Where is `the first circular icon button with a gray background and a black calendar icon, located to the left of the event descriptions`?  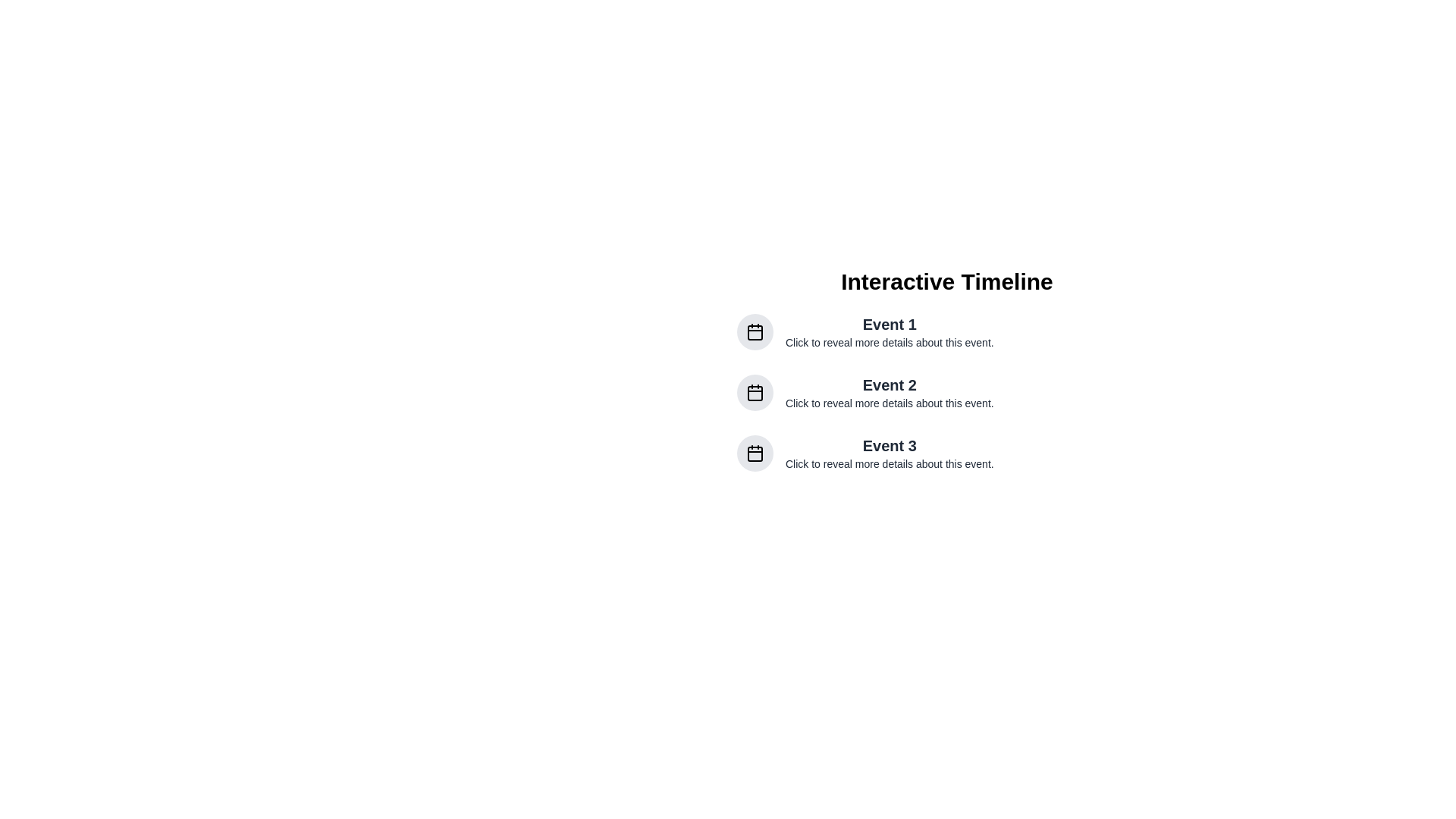 the first circular icon button with a gray background and a black calendar icon, located to the left of the event descriptions is located at coordinates (755, 331).